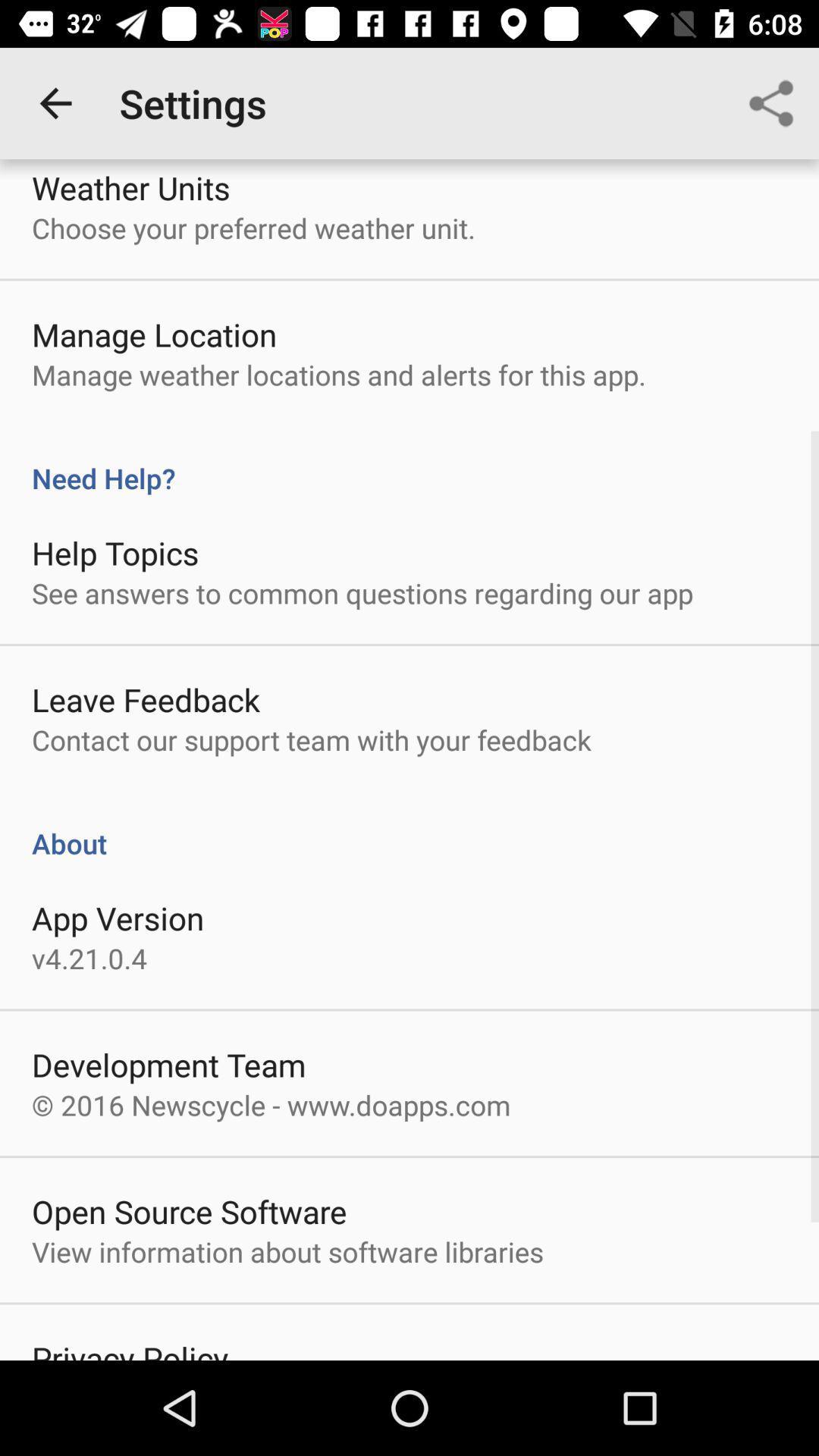 This screenshot has width=819, height=1456. What do you see at coordinates (115, 552) in the screenshot?
I see `the help topics icon` at bounding box center [115, 552].